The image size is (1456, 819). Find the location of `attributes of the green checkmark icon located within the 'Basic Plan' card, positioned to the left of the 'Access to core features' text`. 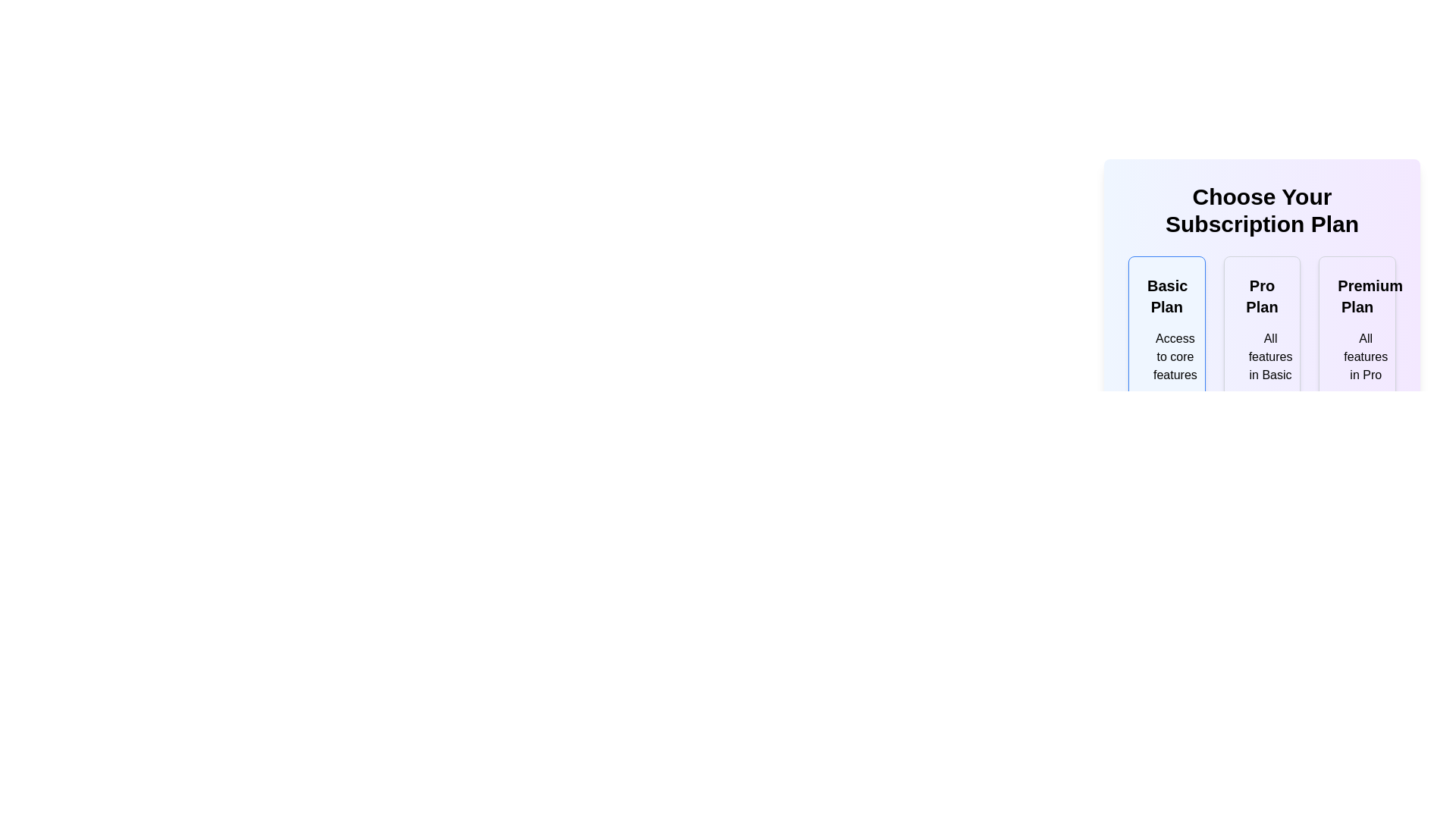

attributes of the green checkmark icon located within the 'Basic Plan' card, positioned to the left of the 'Access to core features' text is located at coordinates (1156, 358).